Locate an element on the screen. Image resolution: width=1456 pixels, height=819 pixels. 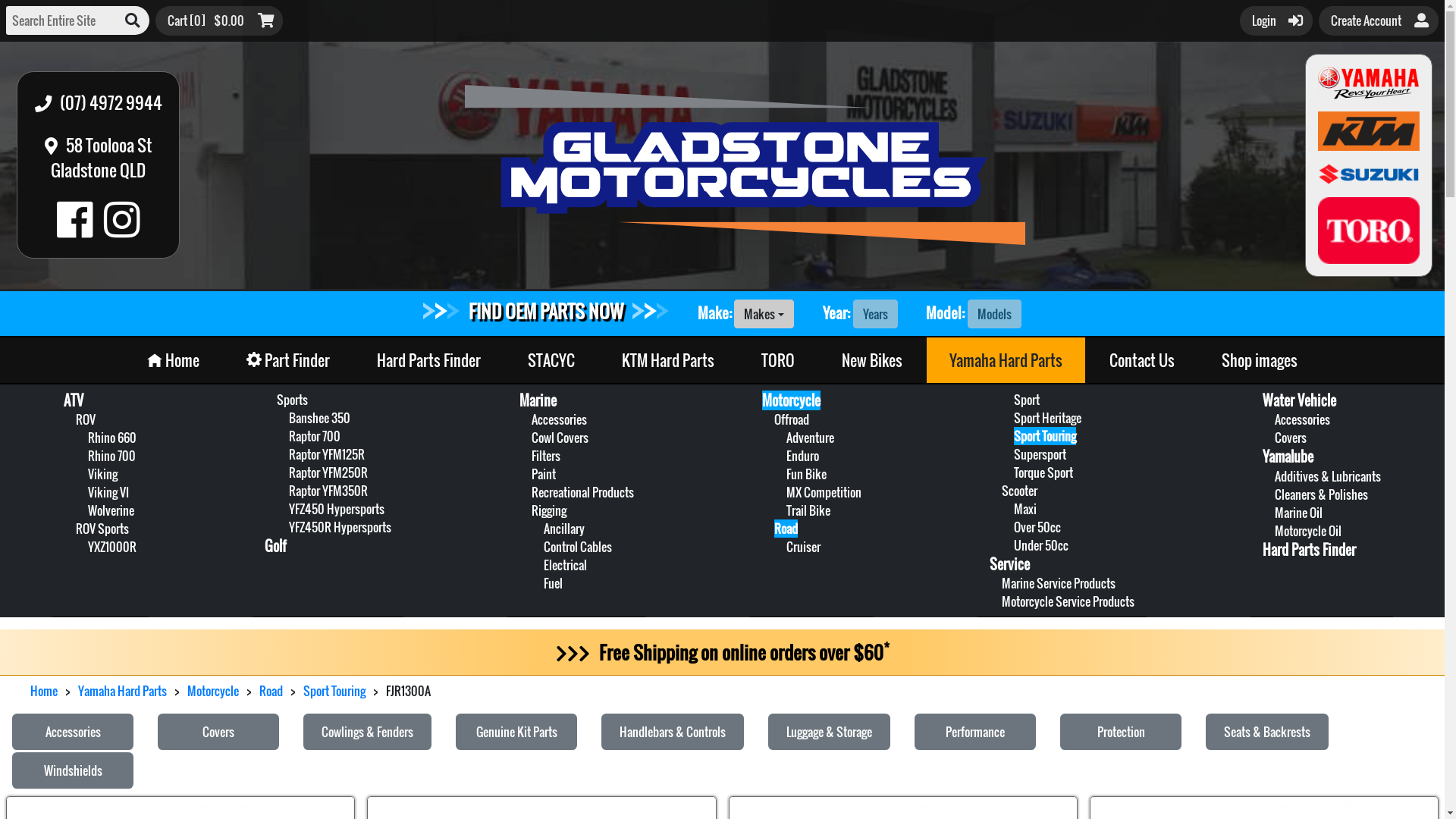
'Additives & Lubricants' is located at coordinates (1327, 475).